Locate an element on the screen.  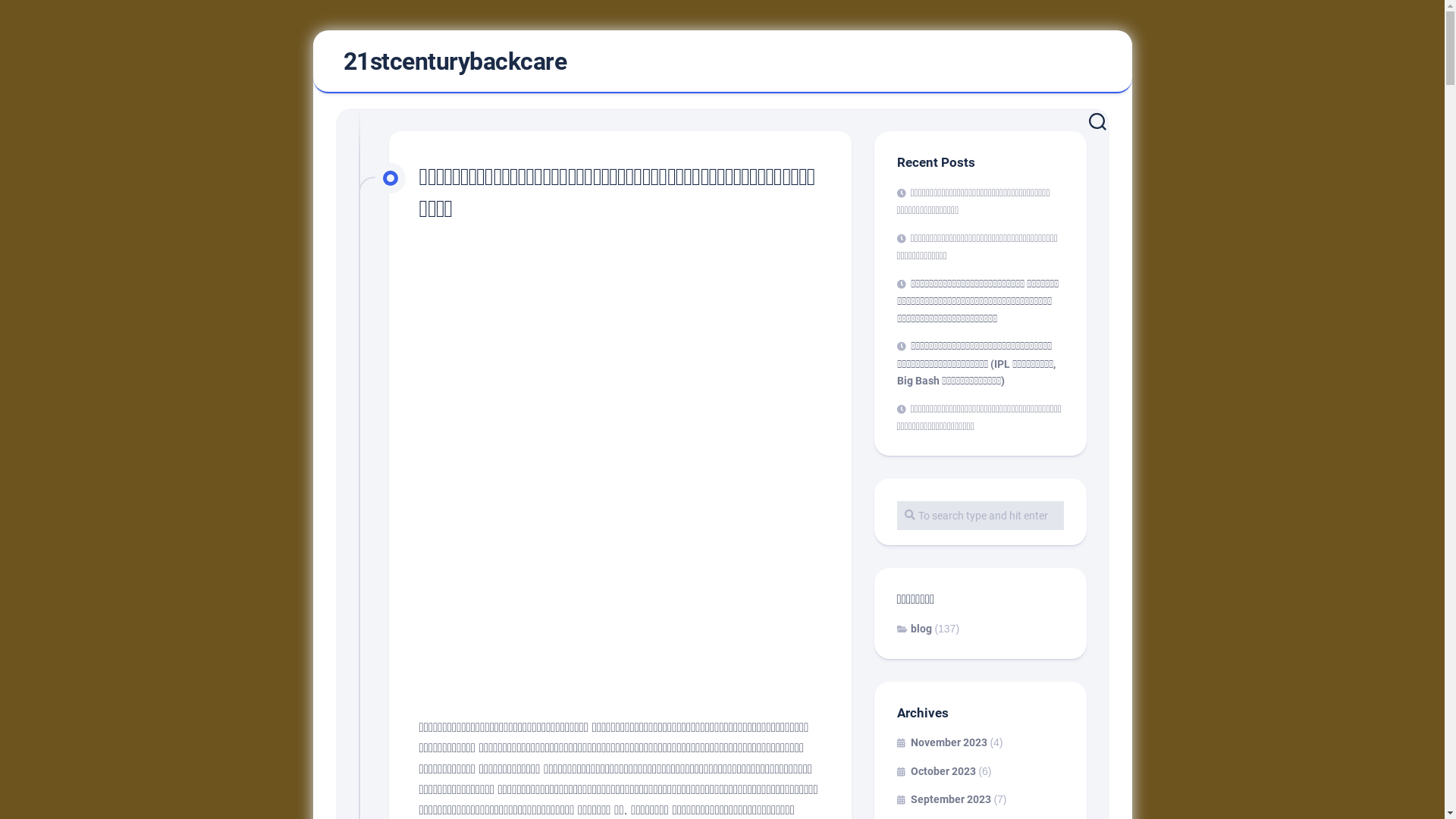
'September 2023' is located at coordinates (942, 798).